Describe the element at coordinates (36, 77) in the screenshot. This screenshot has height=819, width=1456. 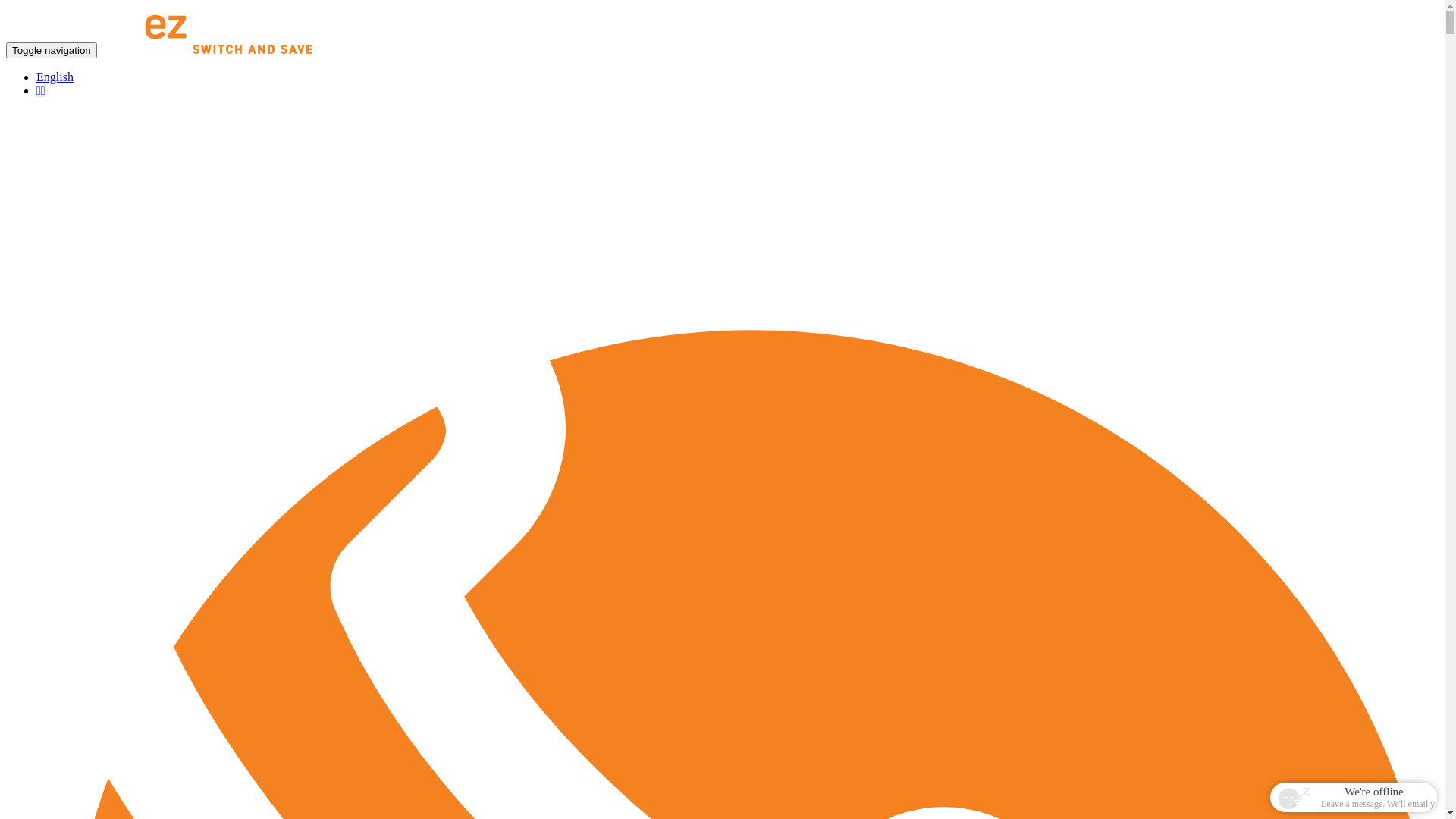
I see `'English'` at that location.